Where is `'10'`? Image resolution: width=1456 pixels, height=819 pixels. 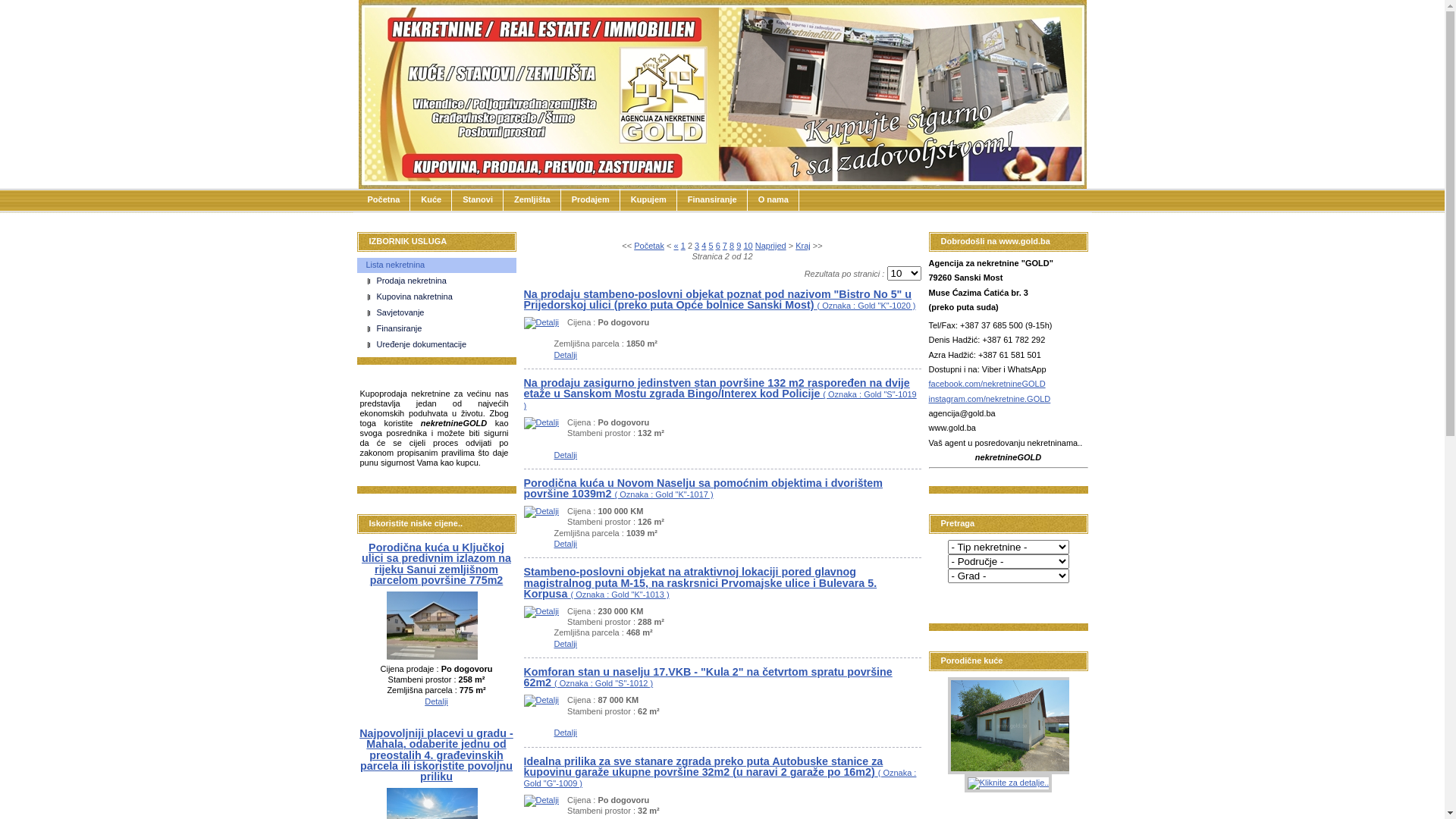 '10' is located at coordinates (747, 245).